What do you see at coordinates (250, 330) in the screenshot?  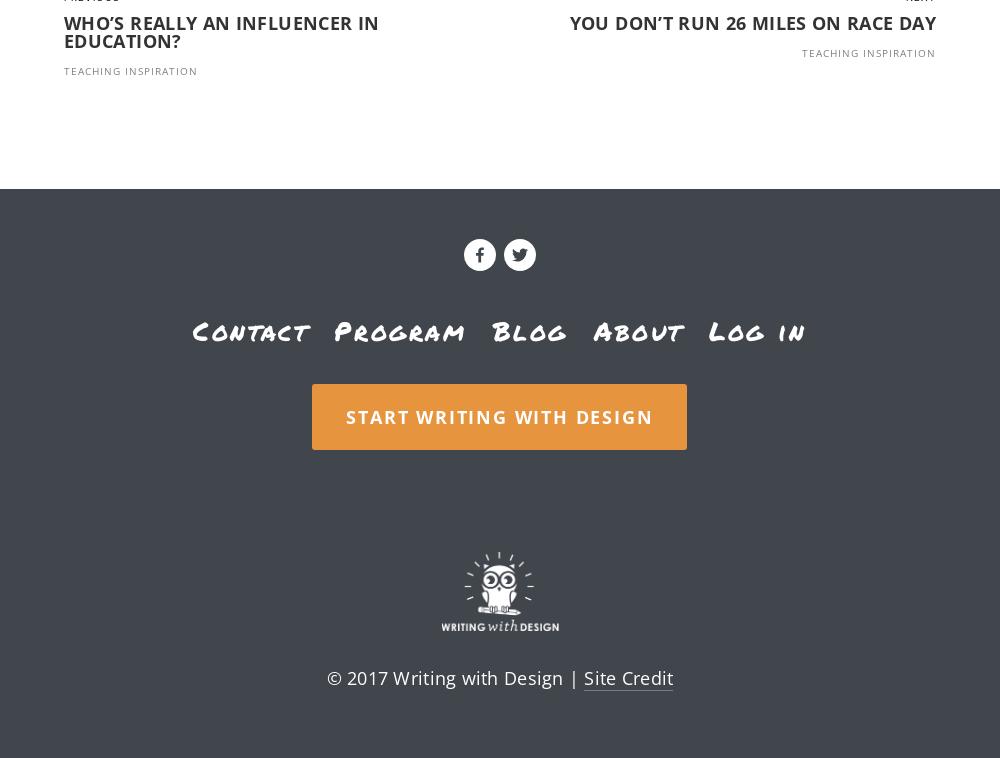 I see `'Contact'` at bounding box center [250, 330].